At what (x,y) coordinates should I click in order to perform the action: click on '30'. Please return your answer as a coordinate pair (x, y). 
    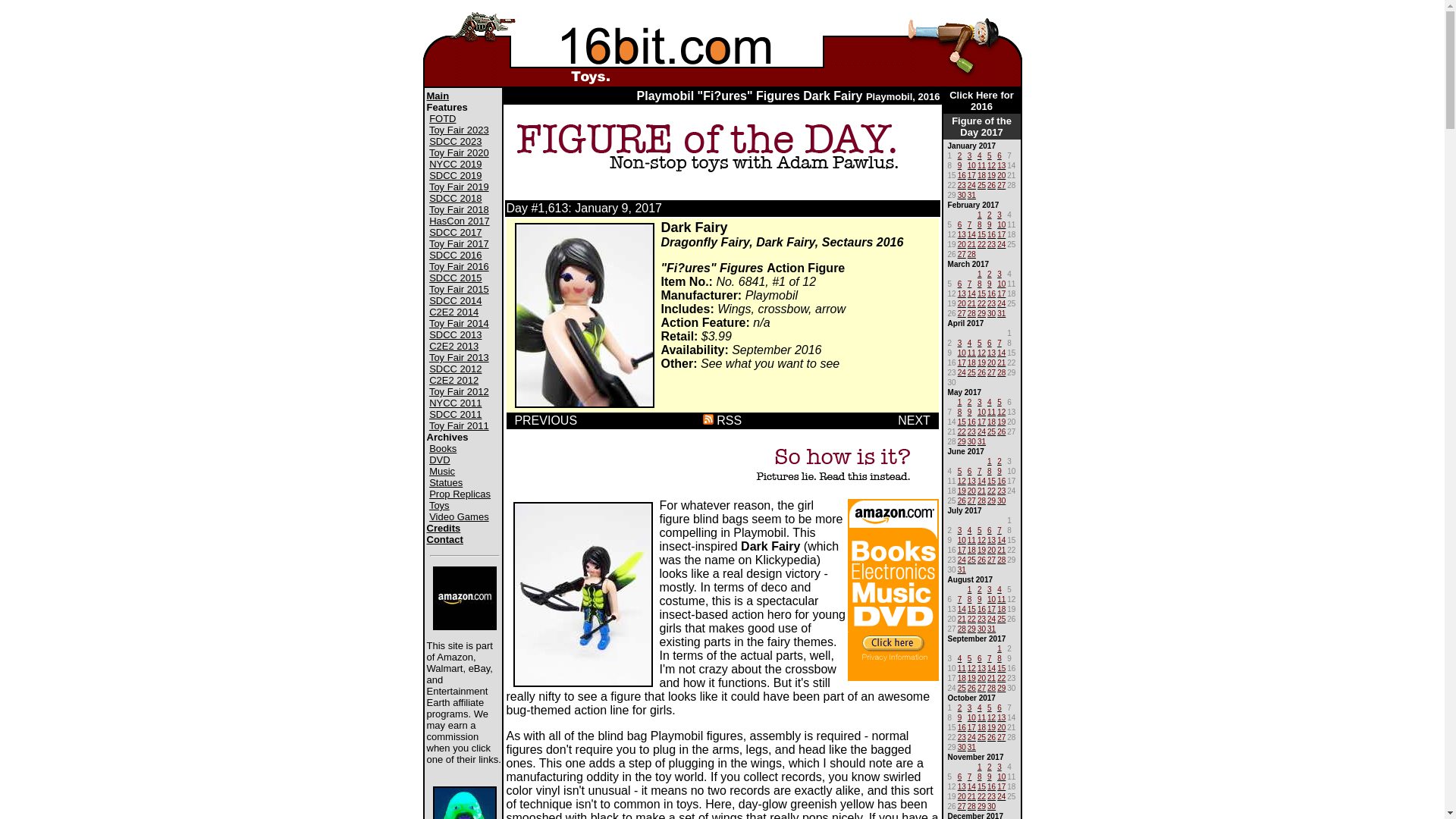
    Looking at the image, I should click on (956, 745).